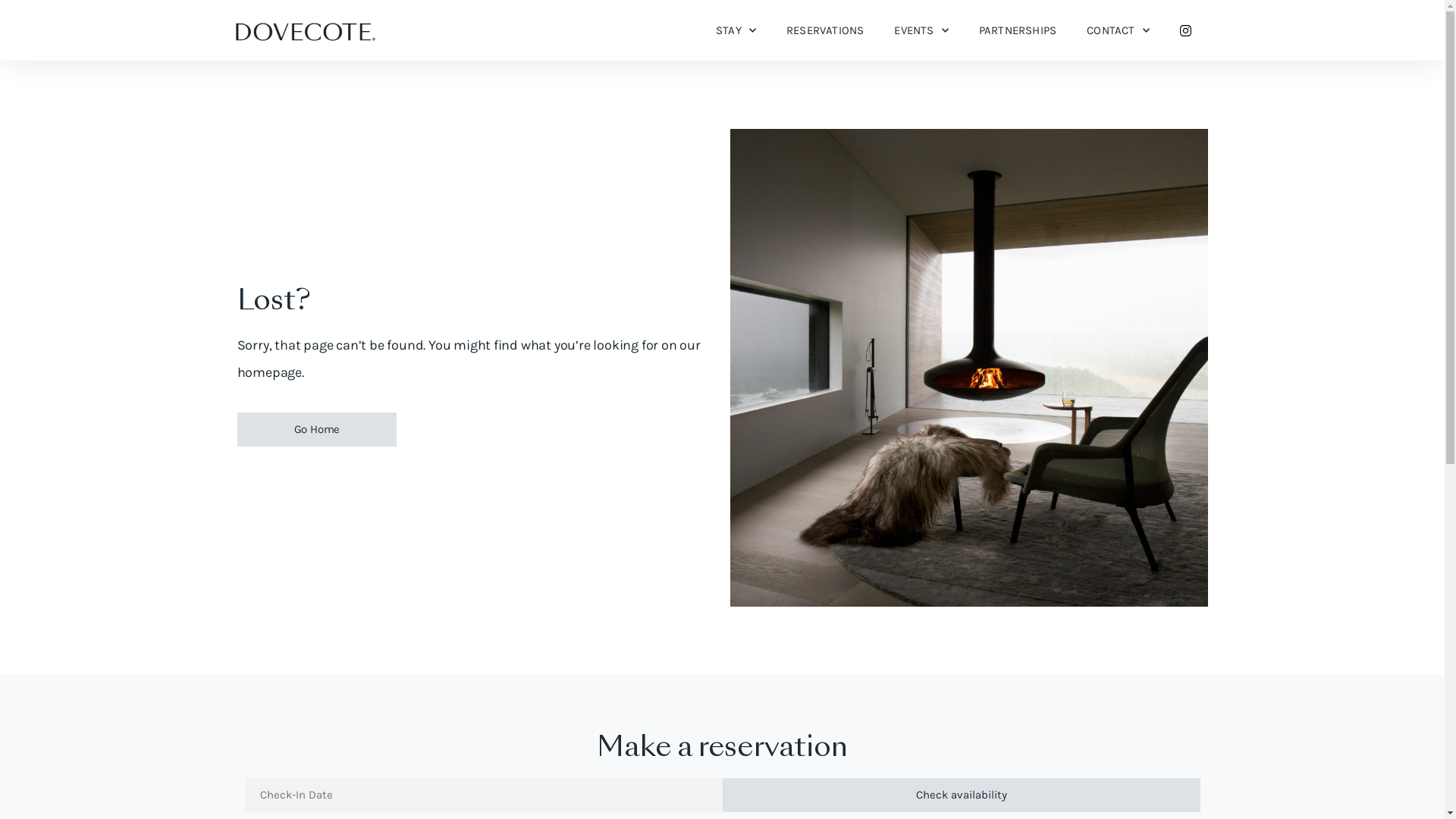 The image size is (1456, 819). Describe the element at coordinates (236, 429) in the screenshot. I see `'Go Home'` at that location.